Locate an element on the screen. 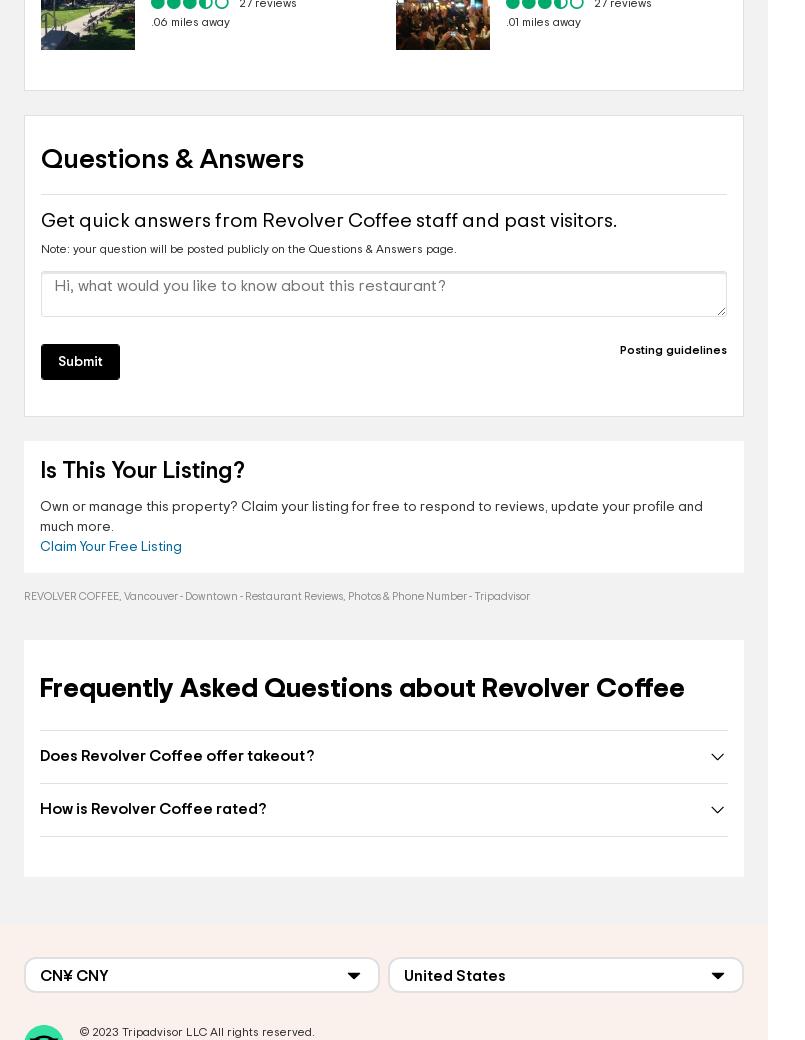  'CN¥ CNY' is located at coordinates (73, 975).